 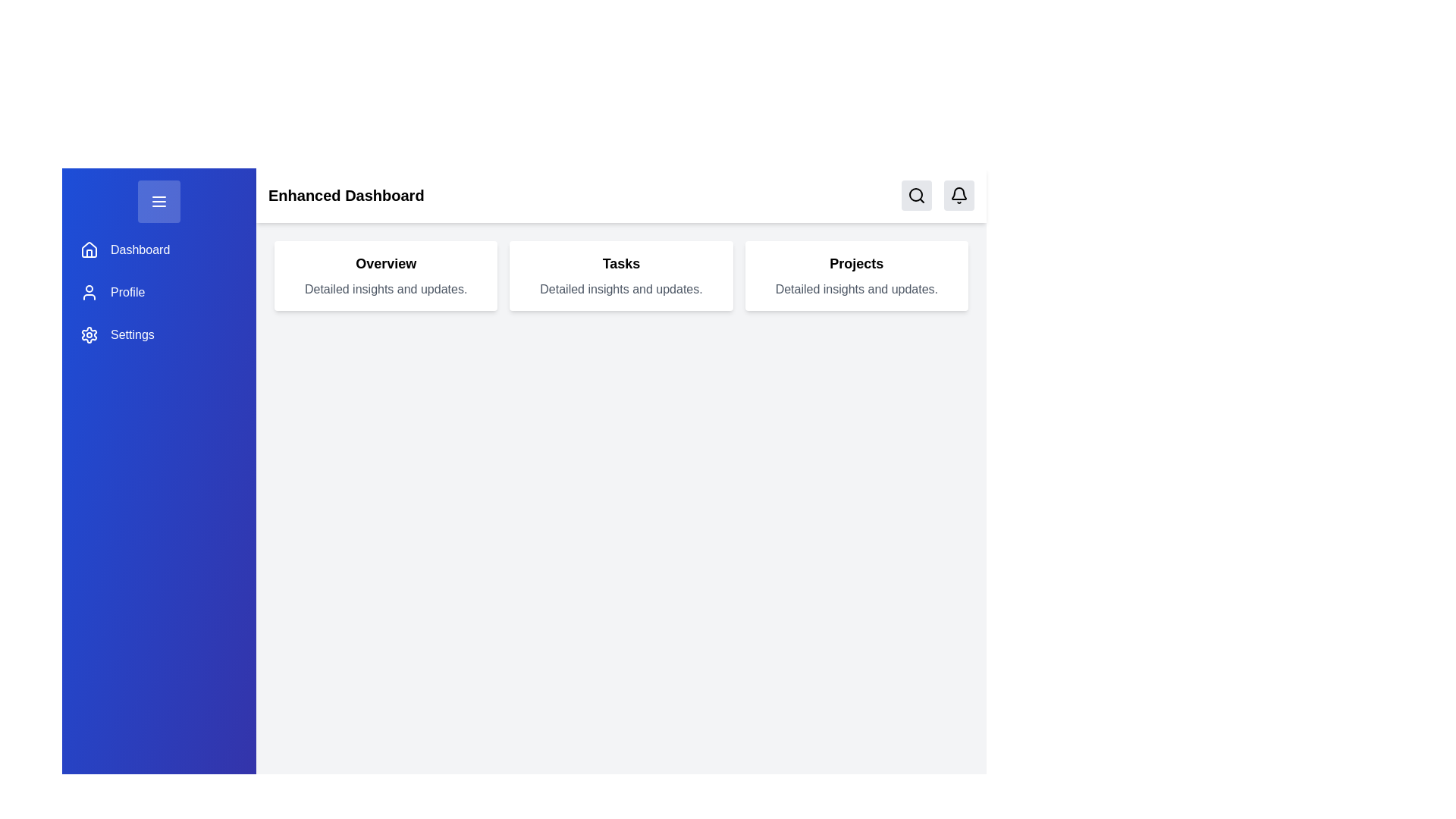 What do you see at coordinates (856, 262) in the screenshot?
I see `the 'Projects' section header text label, which indicates the section's purpose and is located above the descriptive text 'Detailed insights and updates.'` at bounding box center [856, 262].